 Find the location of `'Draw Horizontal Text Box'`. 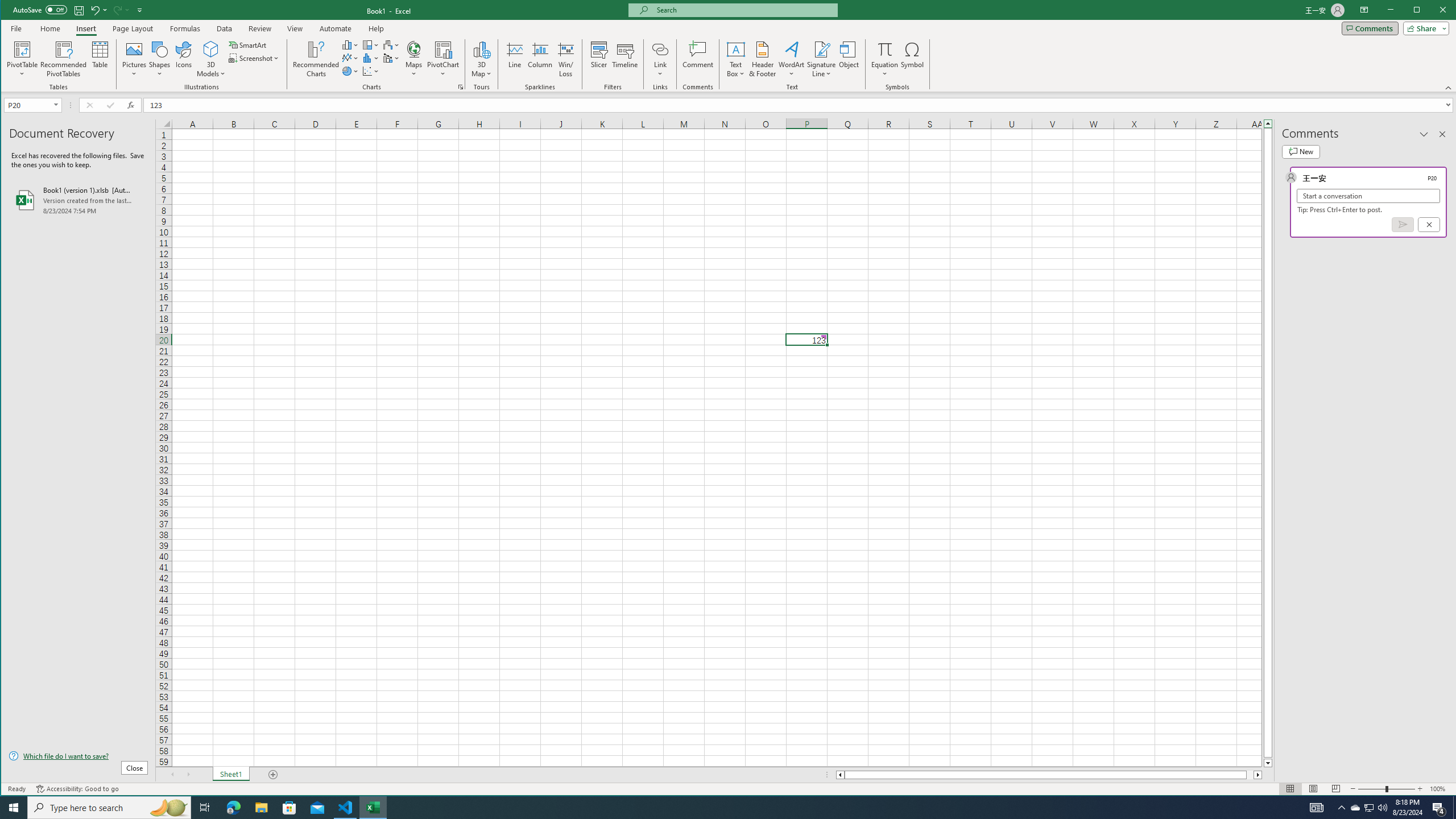

'Draw Horizontal Text Box' is located at coordinates (735, 48).